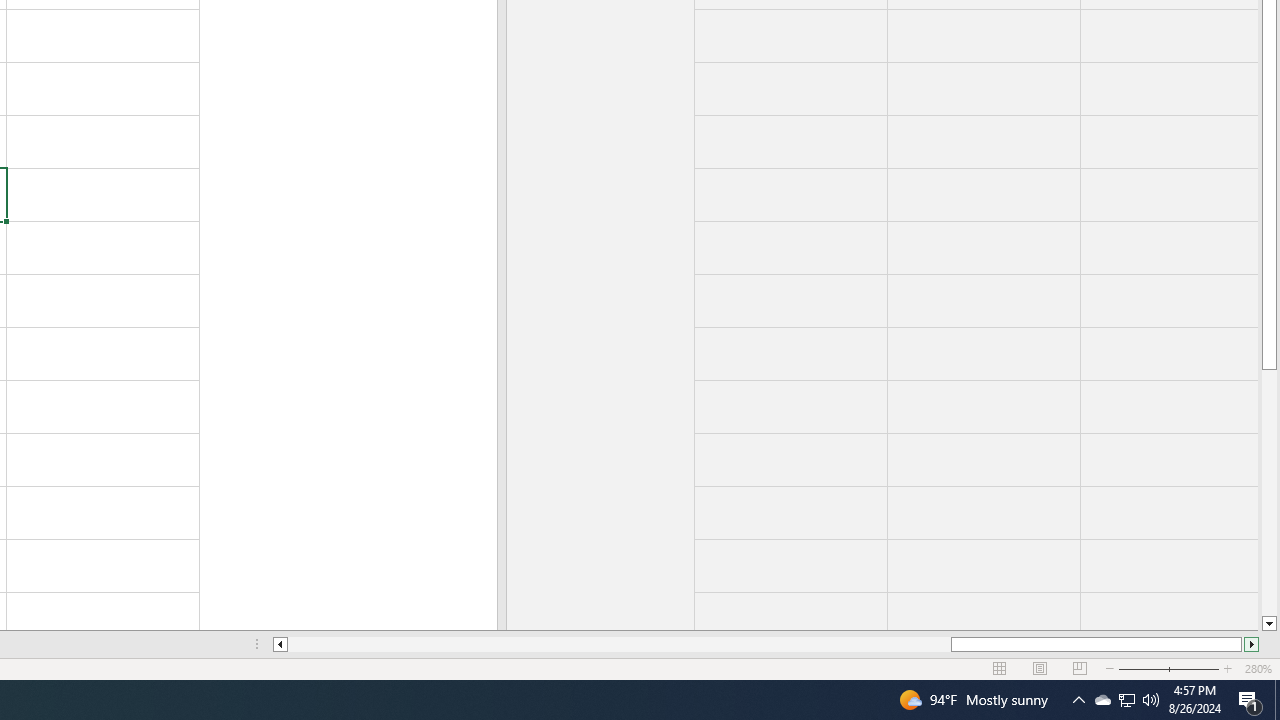  Describe the element at coordinates (1078, 669) in the screenshot. I see `'Page Break Preview'` at that location.